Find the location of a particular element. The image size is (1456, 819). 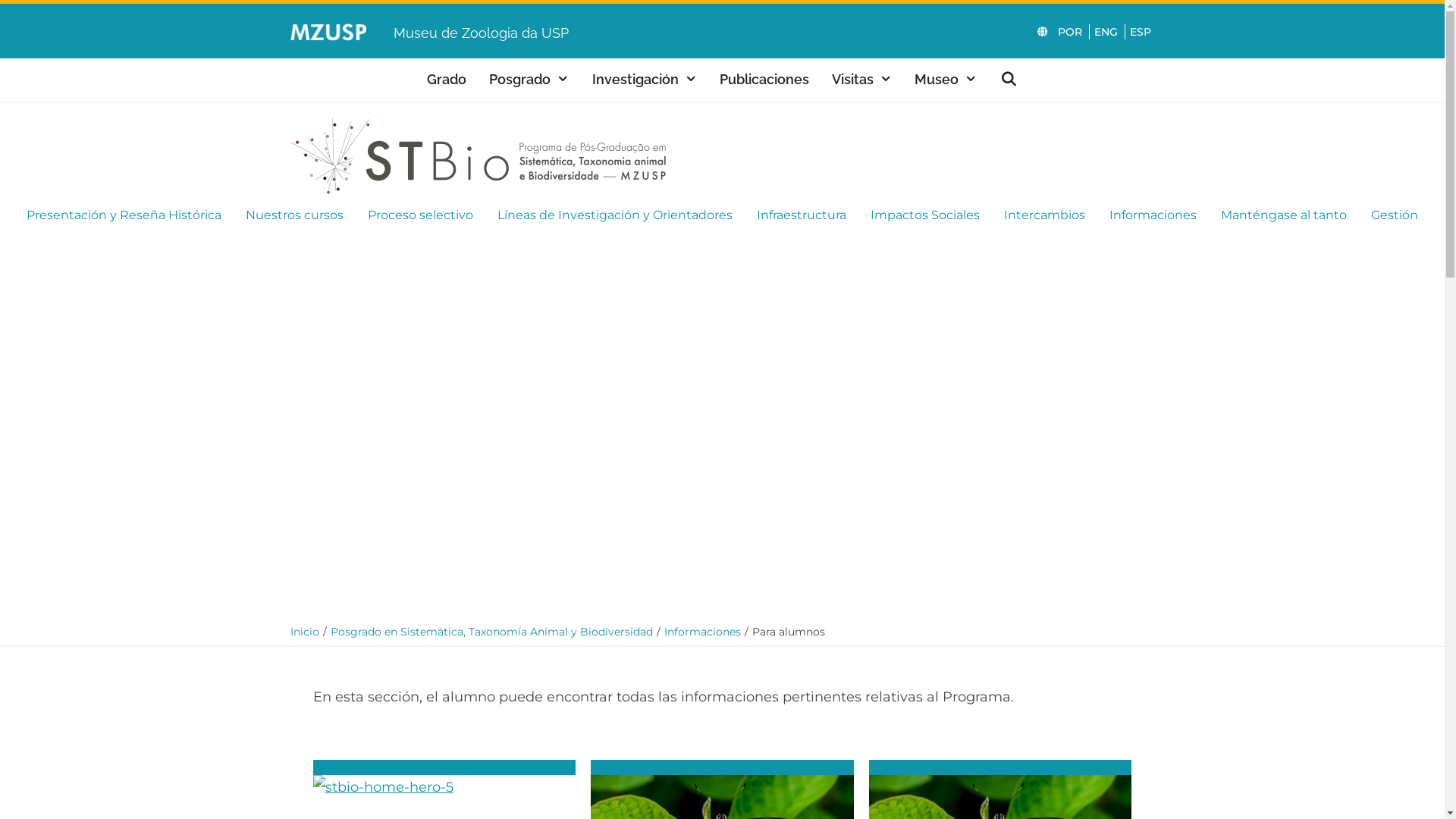

'Informaciones' is located at coordinates (1153, 215).